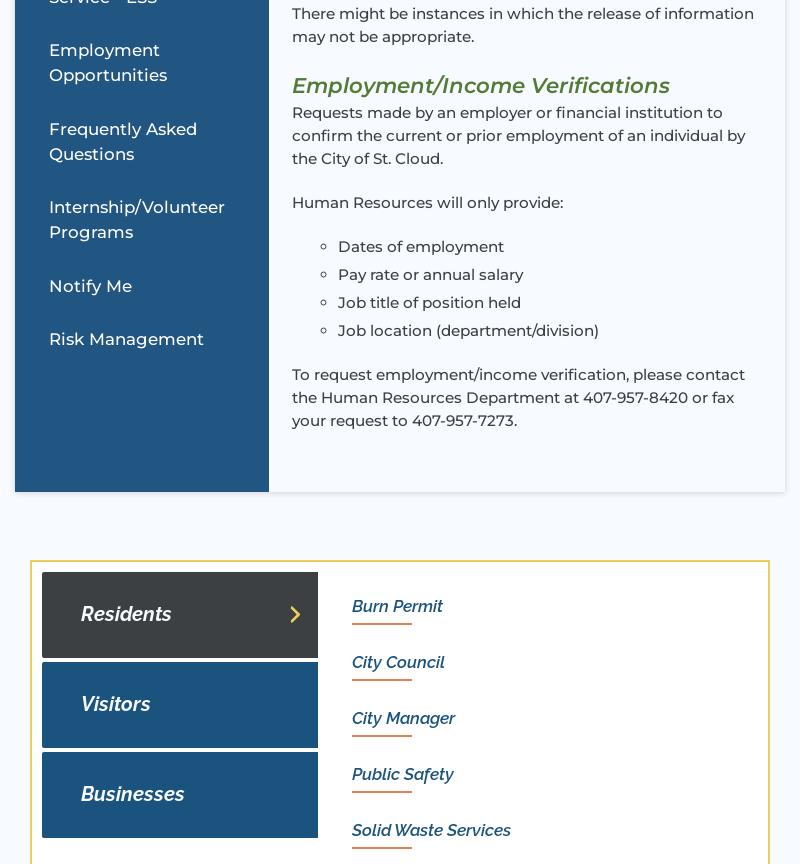 The width and height of the screenshot is (800, 864). What do you see at coordinates (337, 245) in the screenshot?
I see `'Dates of employment'` at bounding box center [337, 245].